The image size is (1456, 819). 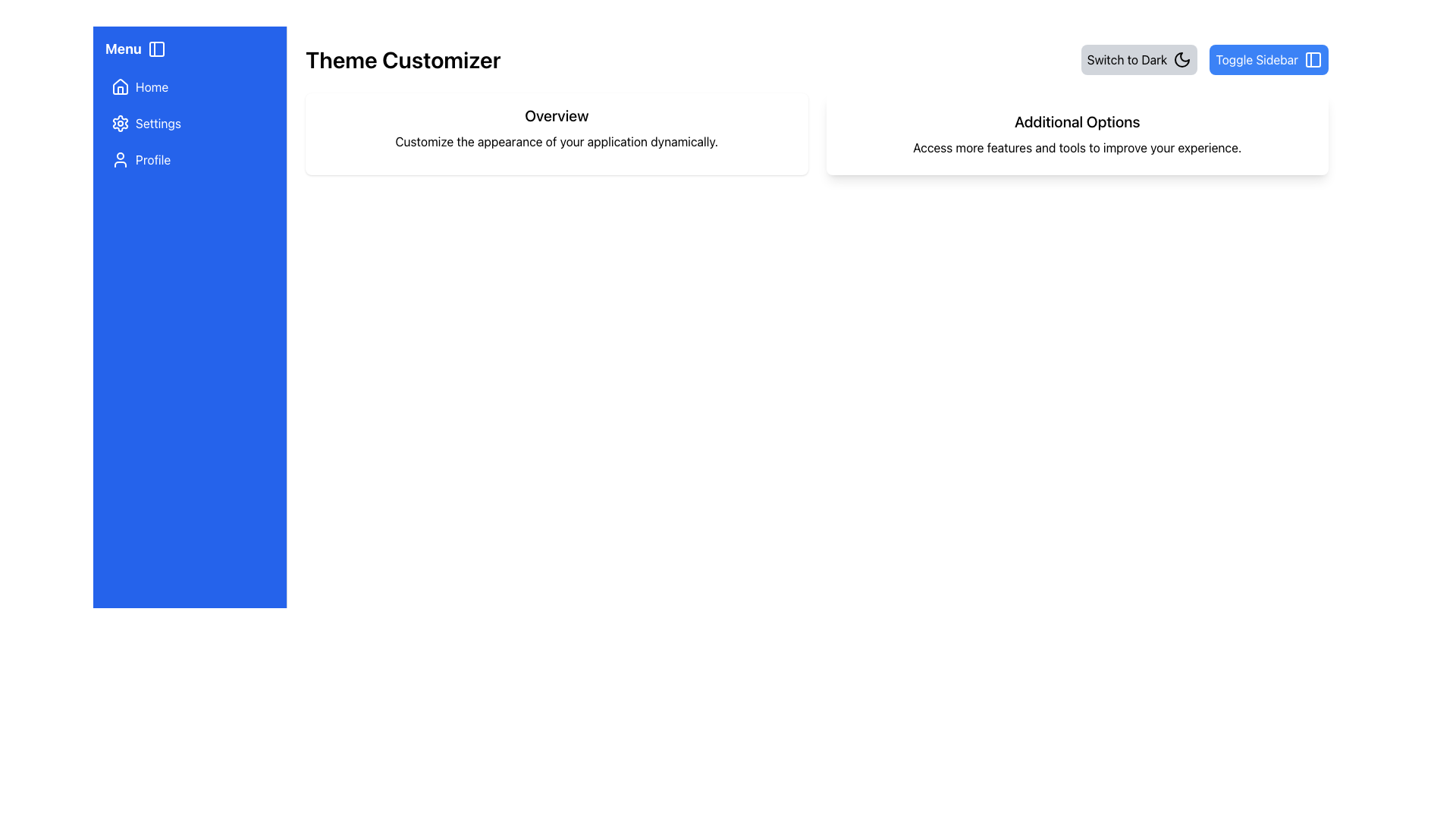 What do you see at coordinates (1269, 58) in the screenshot?
I see `the 'Toggle Sidebar' button, which is a rectangular button with white text and a sidebar toggle icon on a blue background, located in the top right section of the interface` at bounding box center [1269, 58].